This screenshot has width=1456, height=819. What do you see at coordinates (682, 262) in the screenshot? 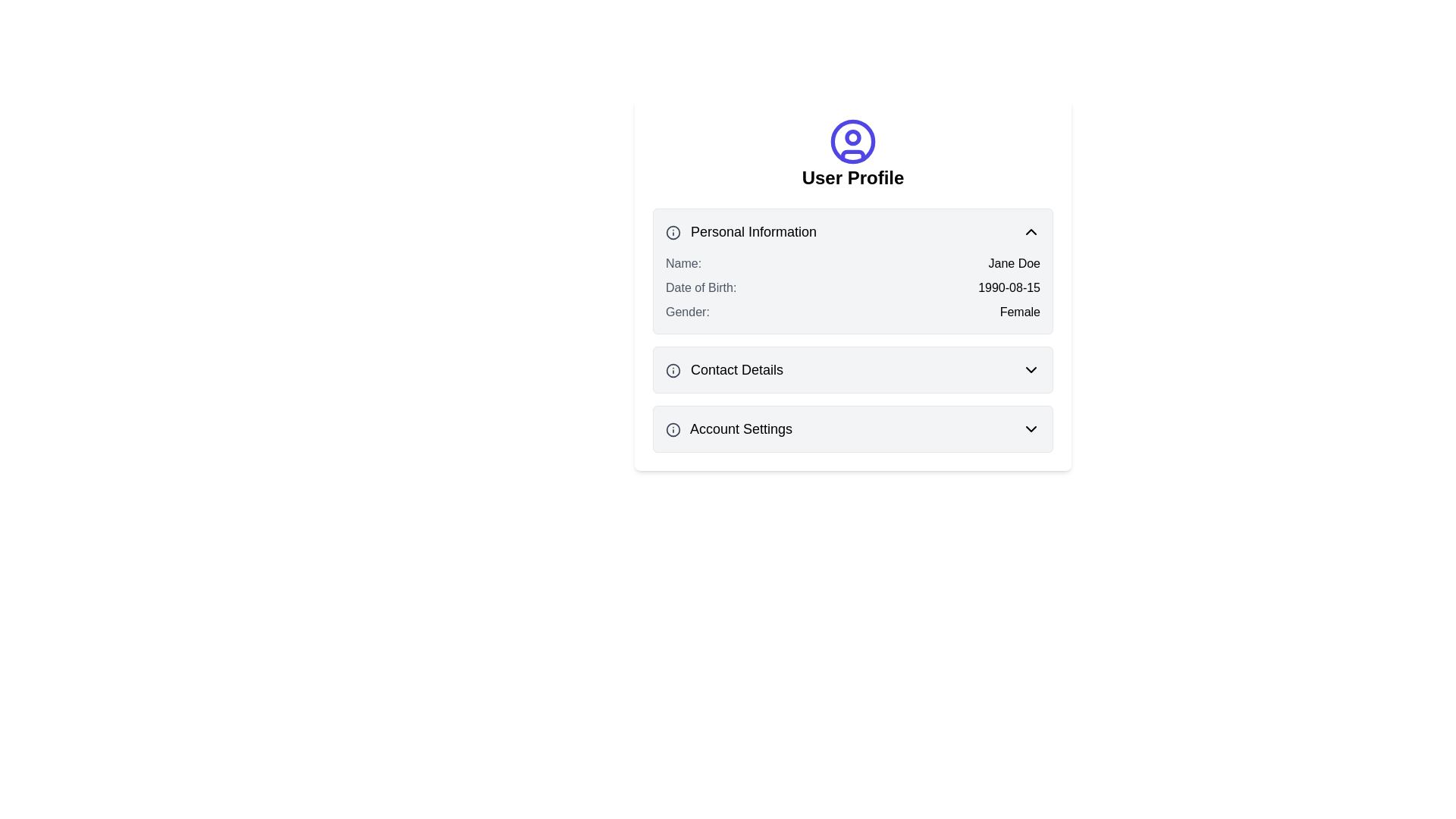
I see `the text label indicating the user's name in the personal information section of the user profile interface` at bounding box center [682, 262].